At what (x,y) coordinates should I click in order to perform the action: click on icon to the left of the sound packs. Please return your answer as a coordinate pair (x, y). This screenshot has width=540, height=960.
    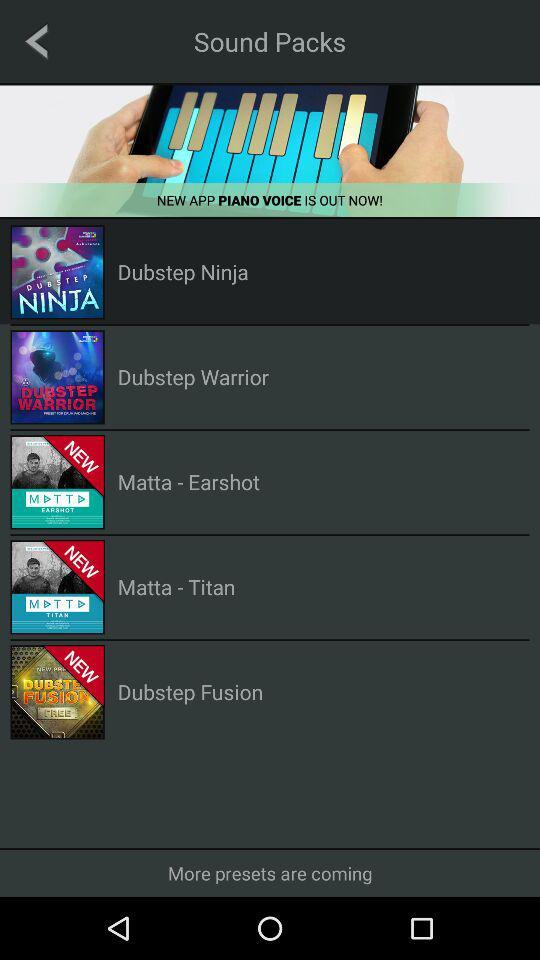
    Looking at the image, I should click on (36, 40).